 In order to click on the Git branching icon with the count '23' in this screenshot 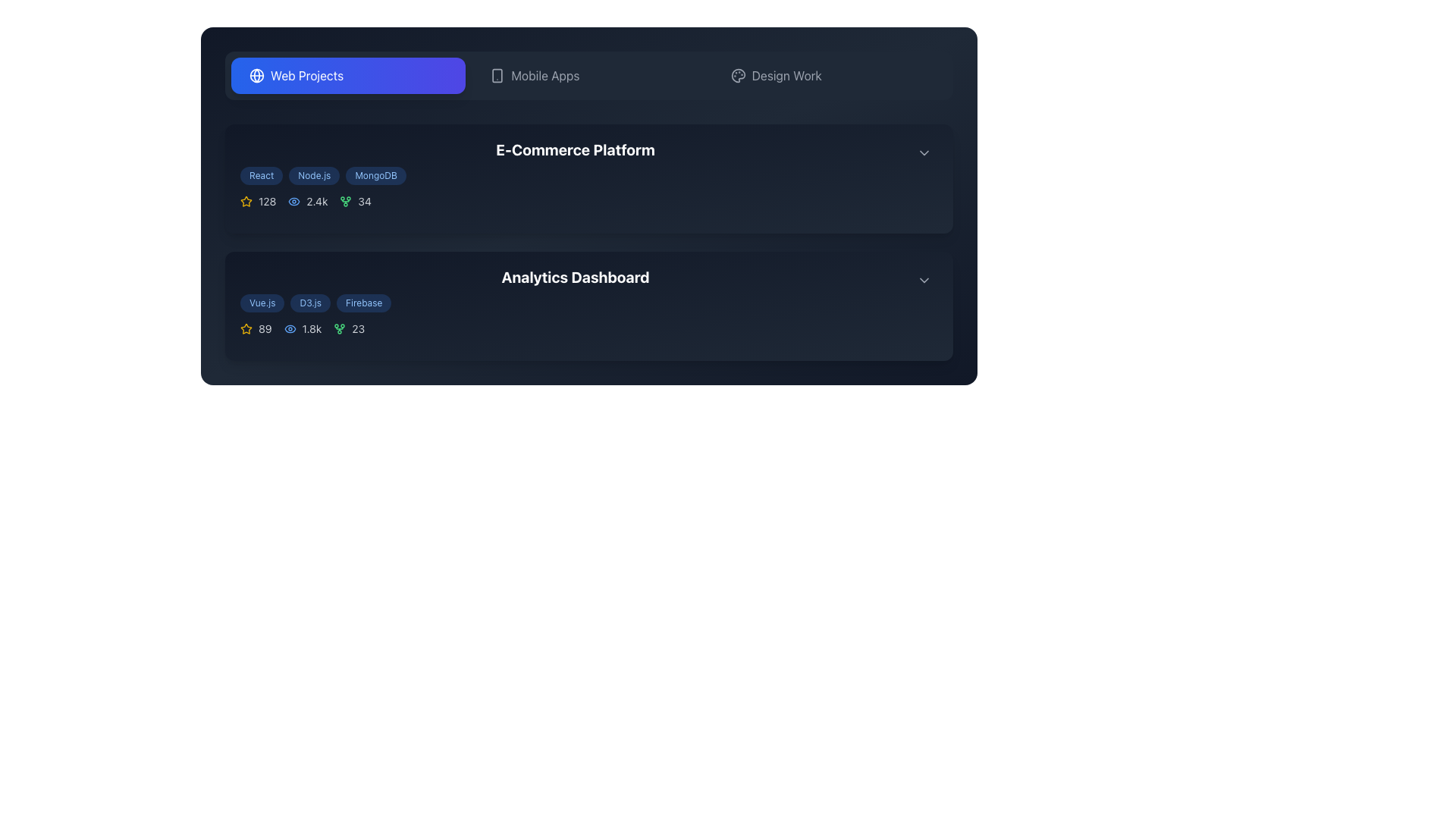, I will do `click(348, 328)`.